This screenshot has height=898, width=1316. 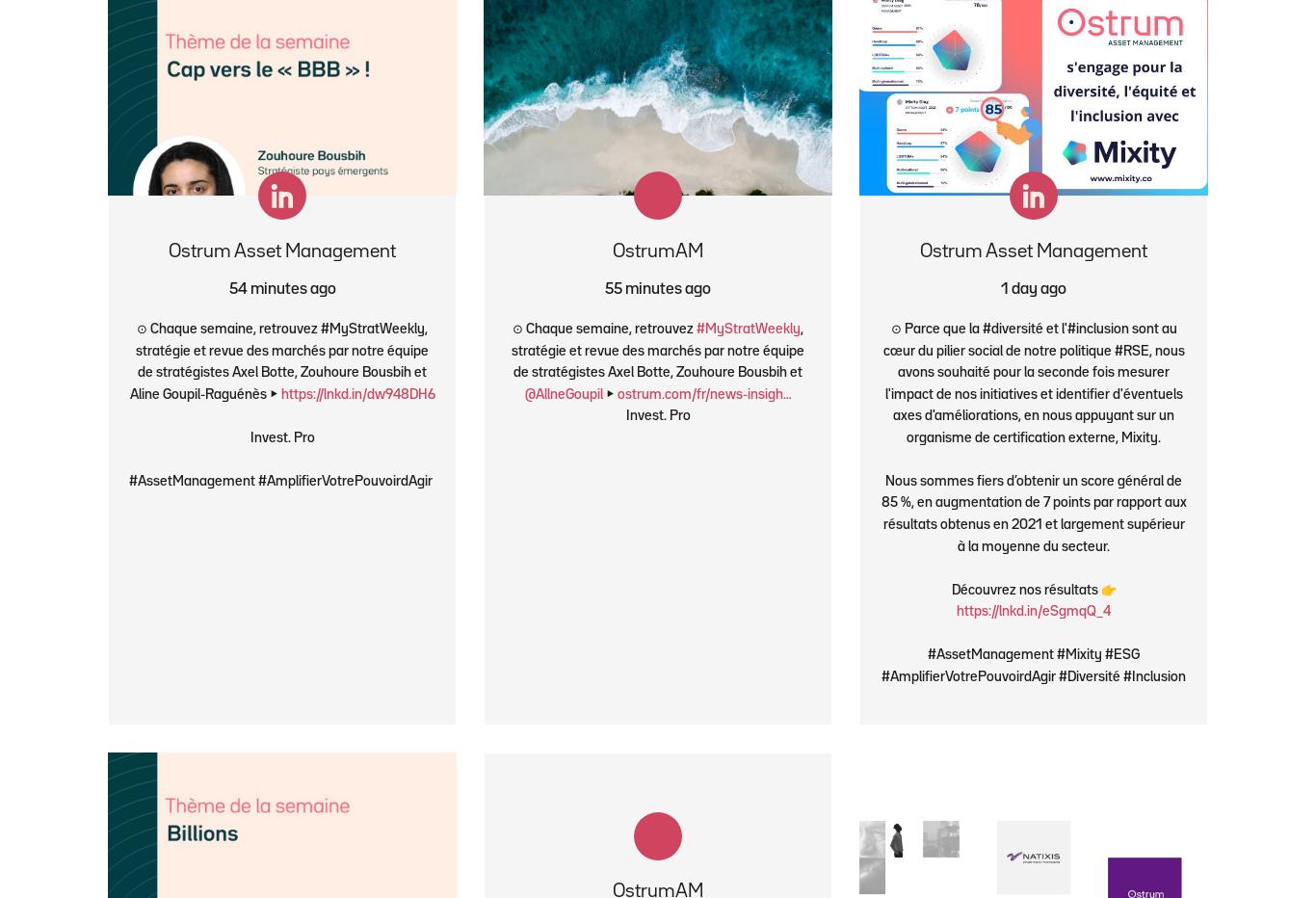 What do you see at coordinates (1032, 382) in the screenshot?
I see `'⊙ Parce que la #diversité et l'#inclusion sont au cœur du pilier social de notre politique #RSE, nous avons souhaité pour la seconde fois mesurer l'impact de nos initiatives et identifier d'éventuels axes d'améliorations, en nous appuyant sur un organisme de certification externe, Mixity.'` at bounding box center [1032, 382].